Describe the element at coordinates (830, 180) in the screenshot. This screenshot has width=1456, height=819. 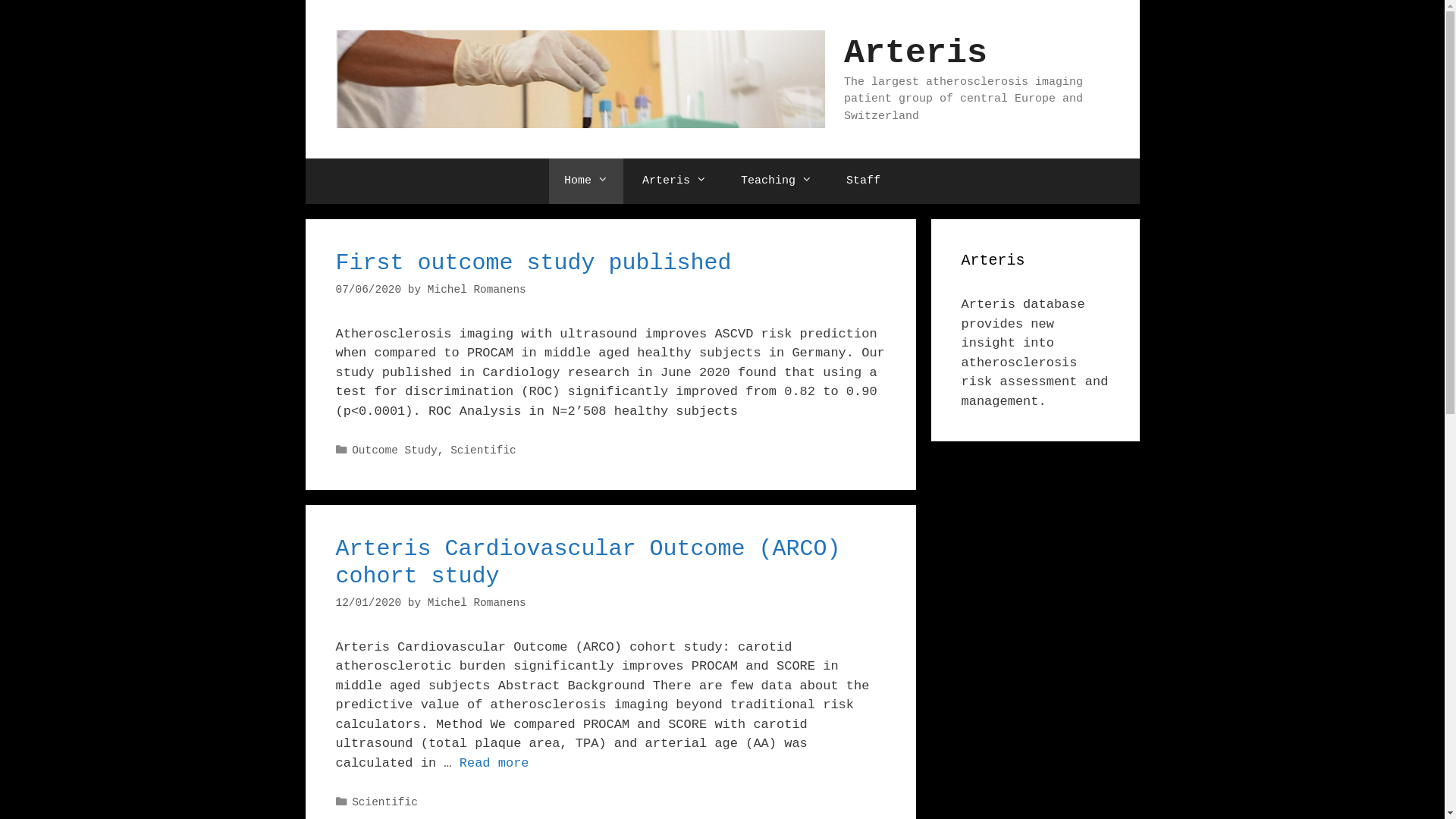
I see `'Staff'` at that location.